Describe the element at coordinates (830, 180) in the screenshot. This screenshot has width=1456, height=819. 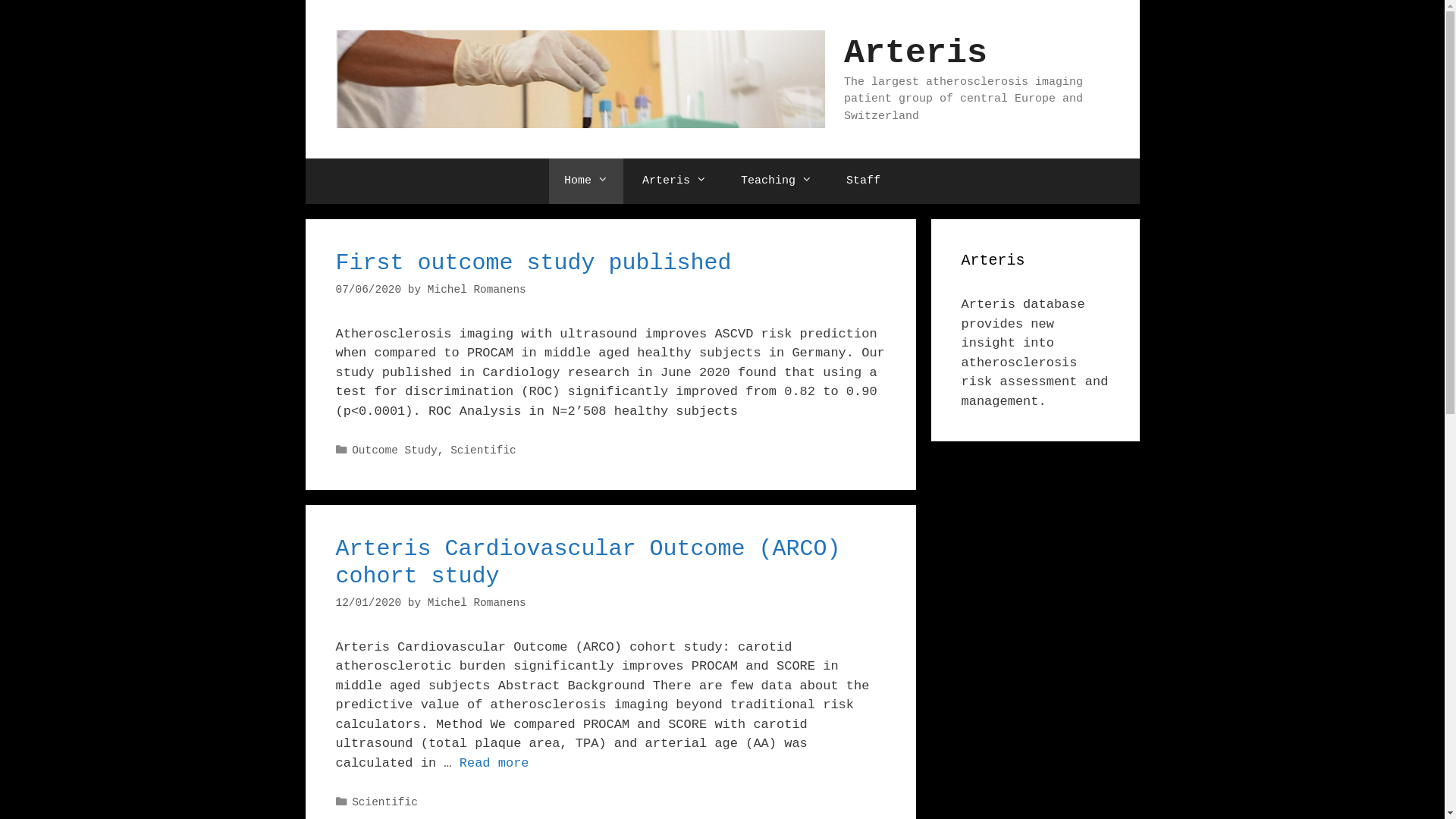
I see `'Staff'` at that location.